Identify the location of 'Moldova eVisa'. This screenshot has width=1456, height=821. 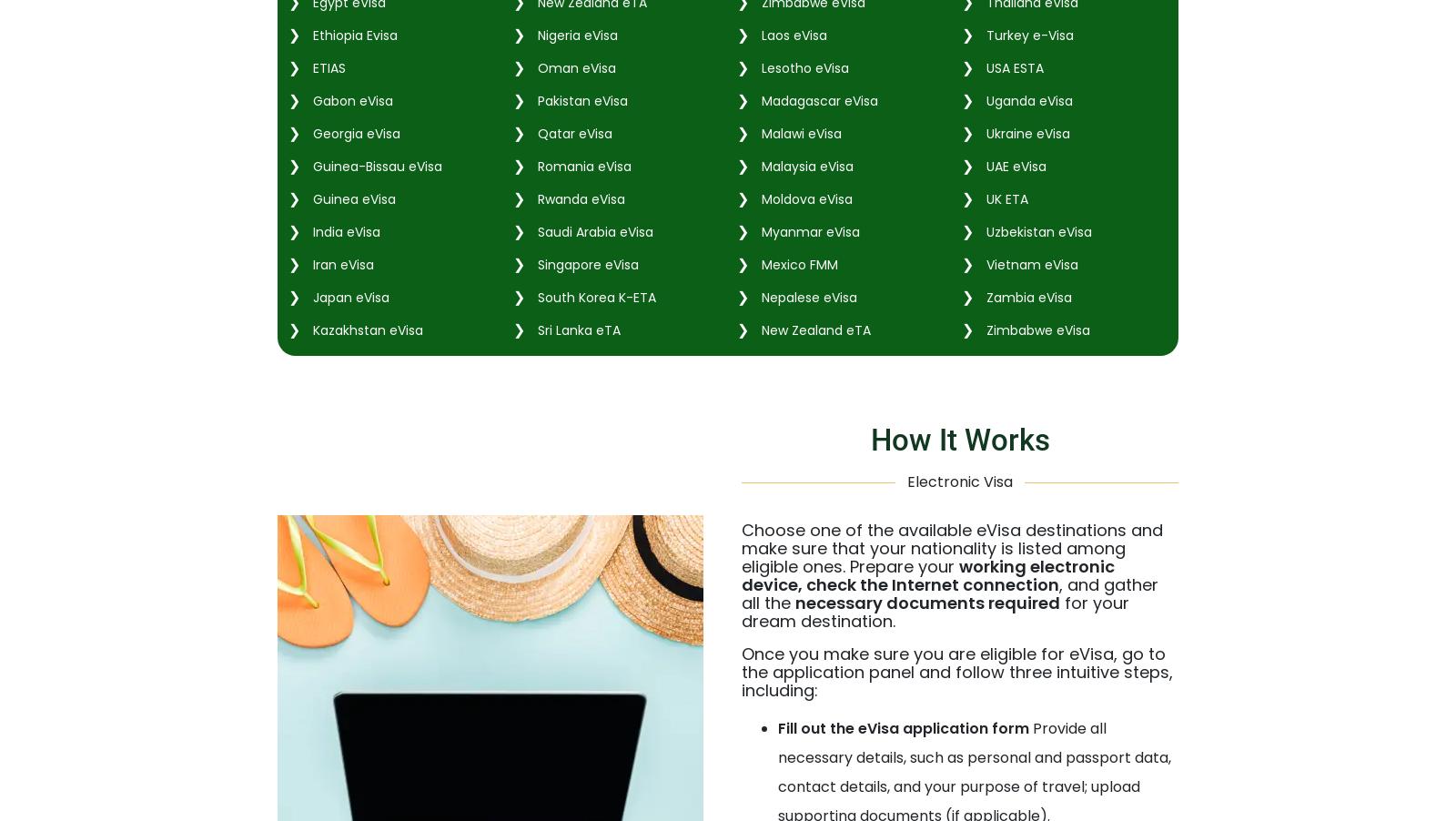
(804, 198).